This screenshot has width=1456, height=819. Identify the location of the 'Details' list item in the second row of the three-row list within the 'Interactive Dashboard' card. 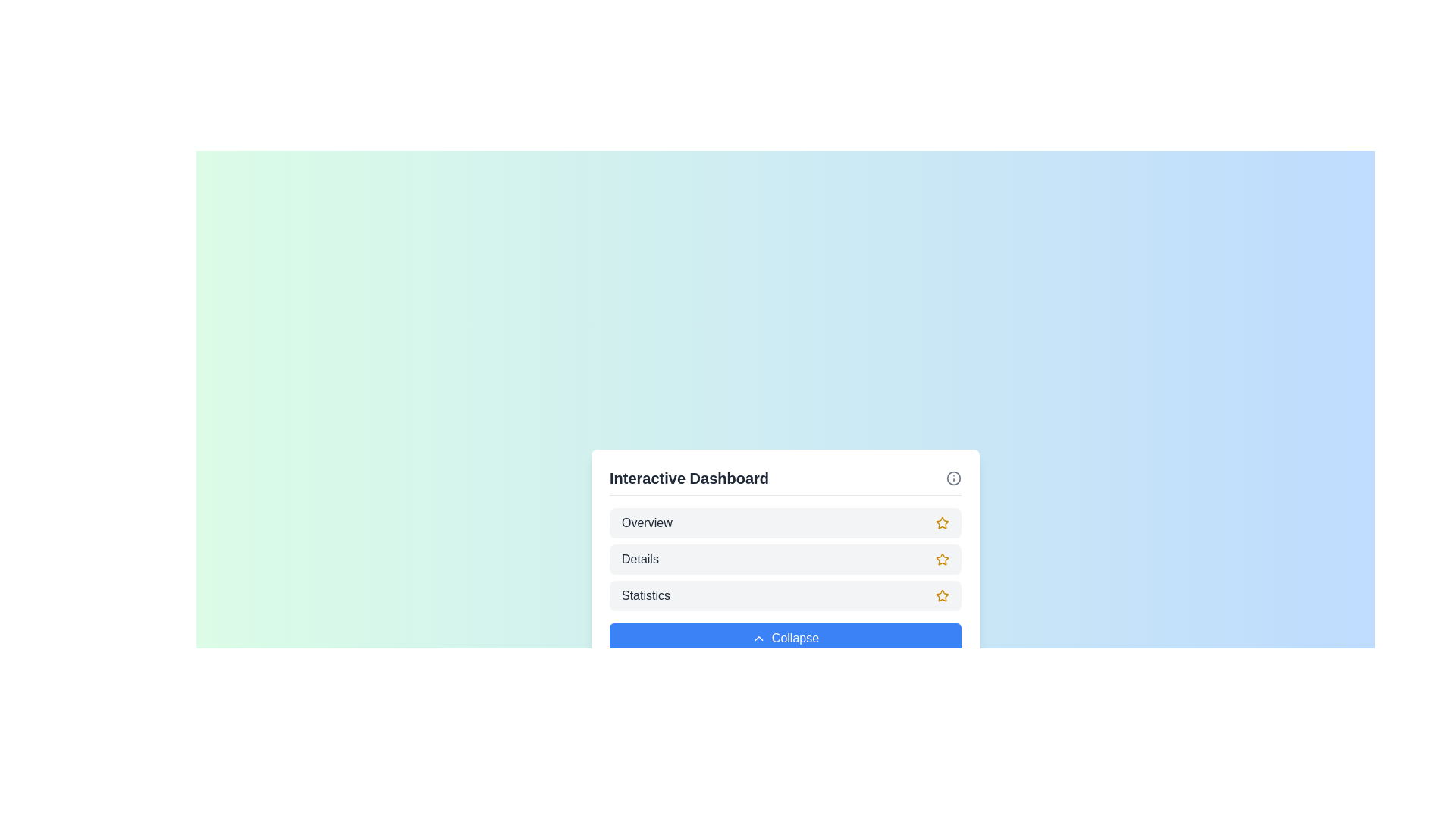
(786, 559).